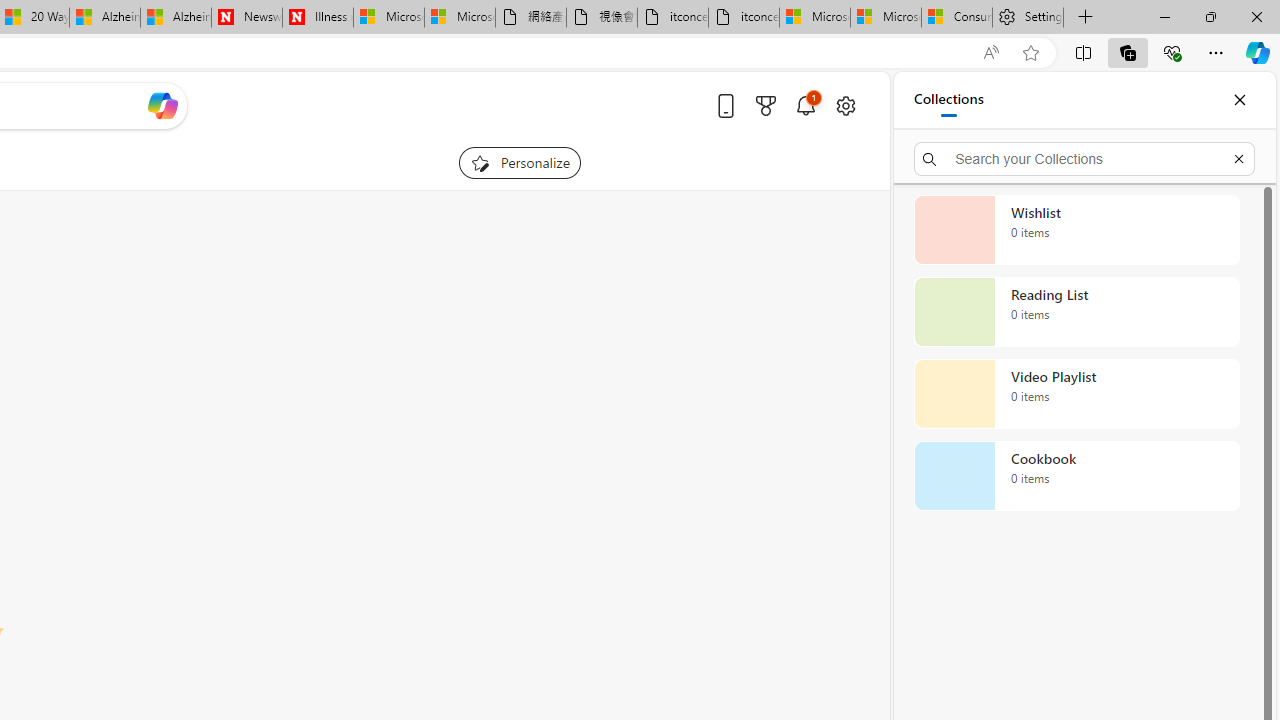 Image resolution: width=1280 pixels, height=720 pixels. I want to click on 'Cookbook collection, 0 items', so click(1076, 475).